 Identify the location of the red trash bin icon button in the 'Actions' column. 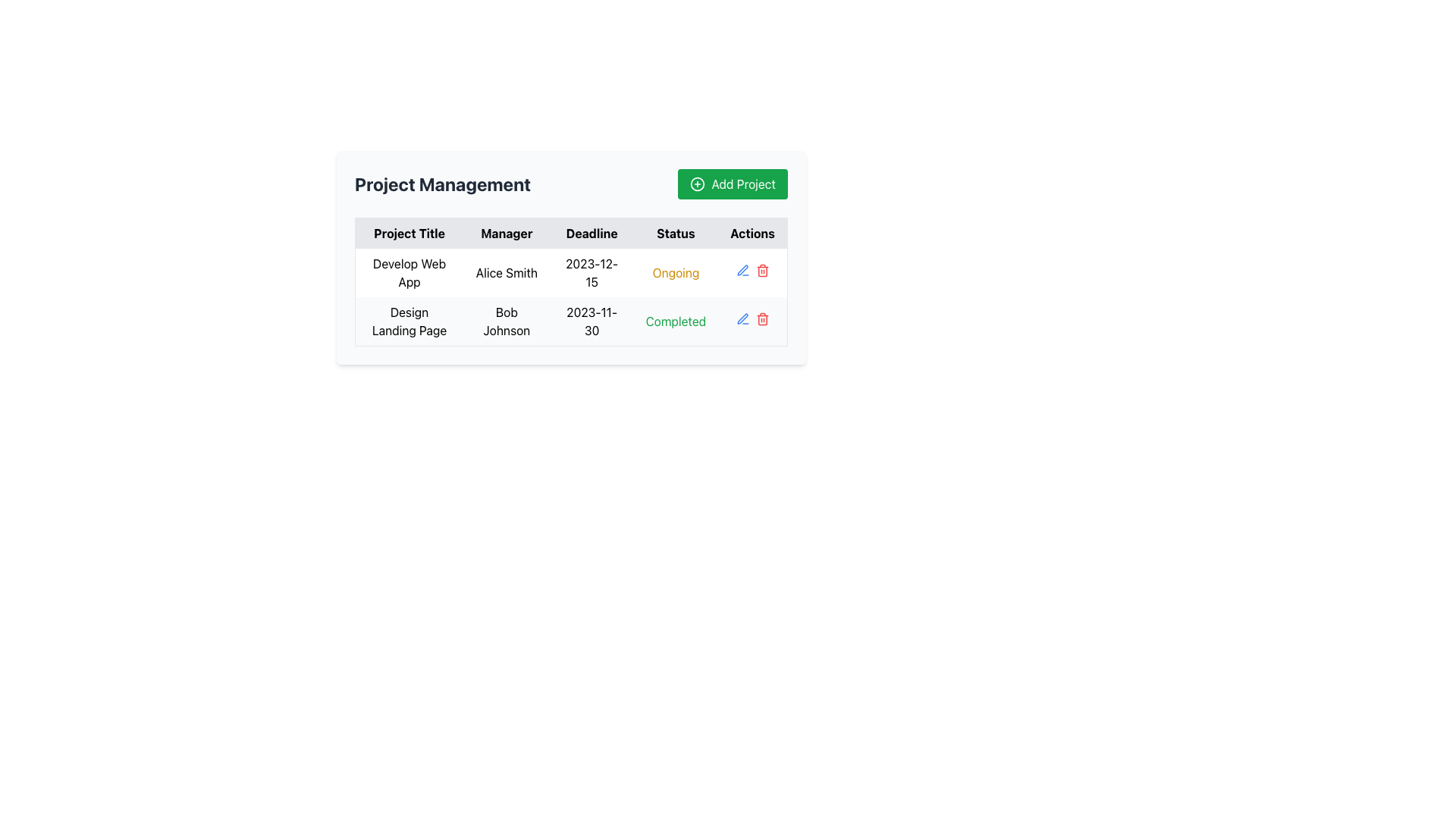
(762, 270).